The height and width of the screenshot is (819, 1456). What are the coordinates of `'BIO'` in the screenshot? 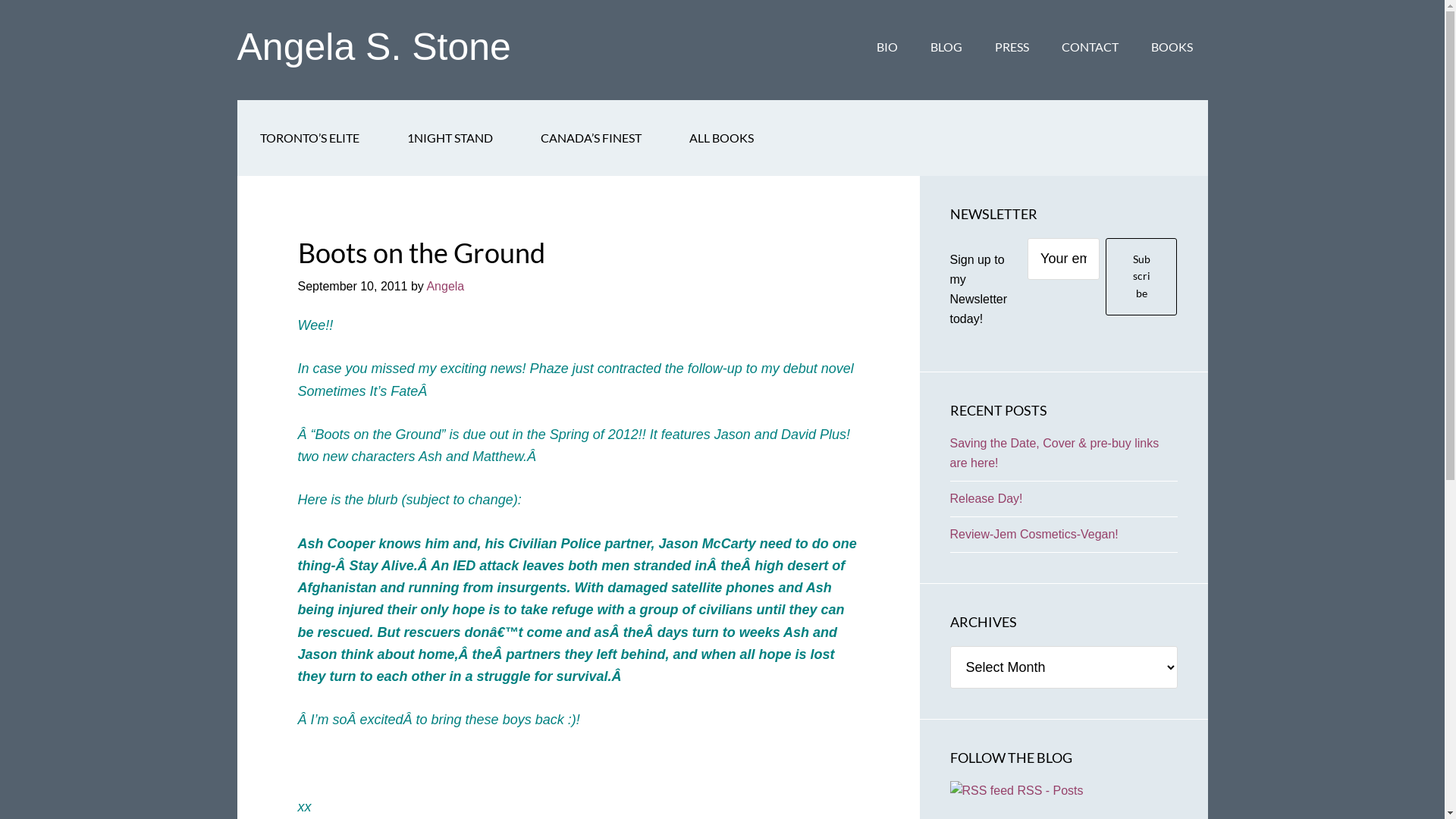 It's located at (887, 45).